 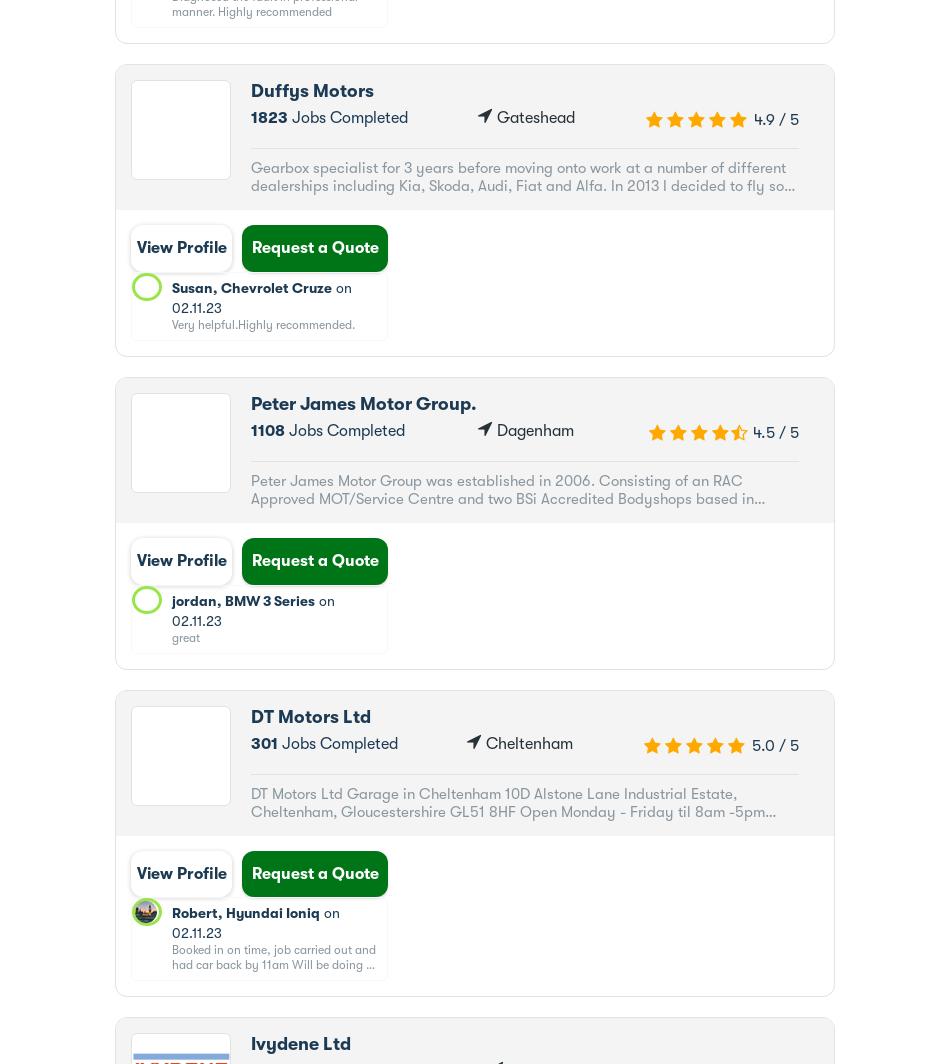 I want to click on '4.9', so click(x=763, y=118).